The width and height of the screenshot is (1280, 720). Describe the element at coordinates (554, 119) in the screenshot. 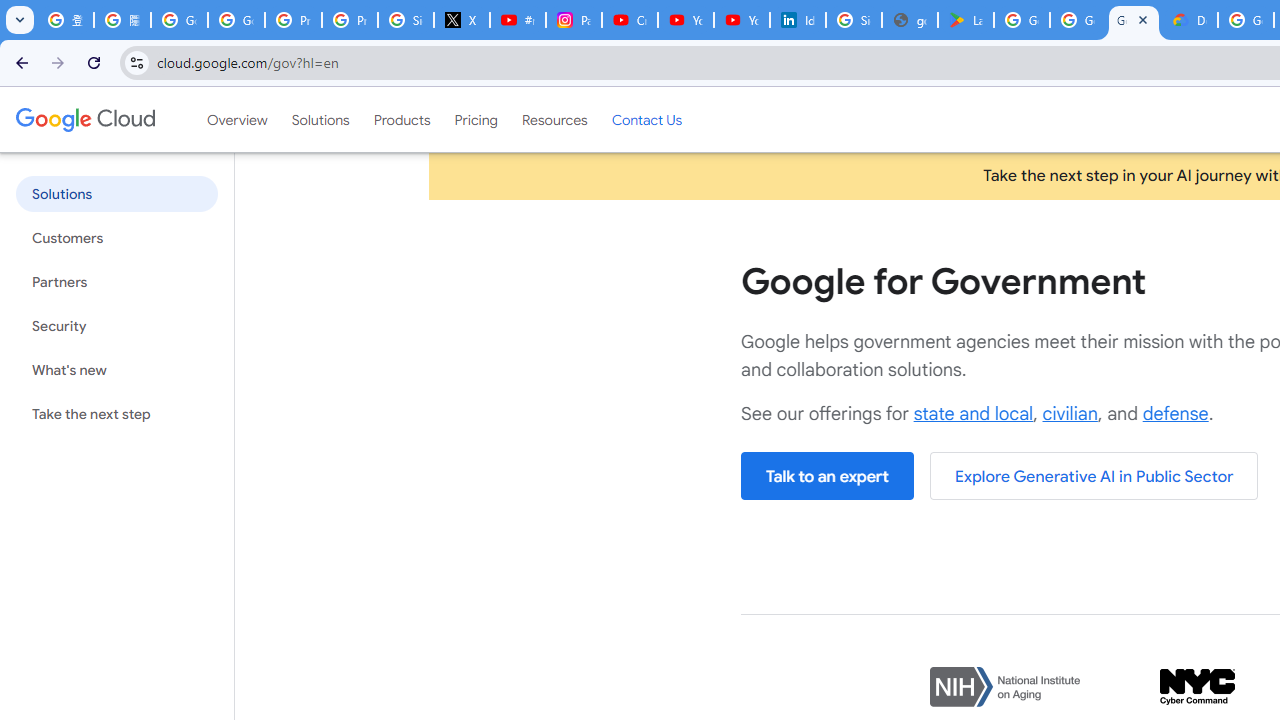

I see `'Resources'` at that location.